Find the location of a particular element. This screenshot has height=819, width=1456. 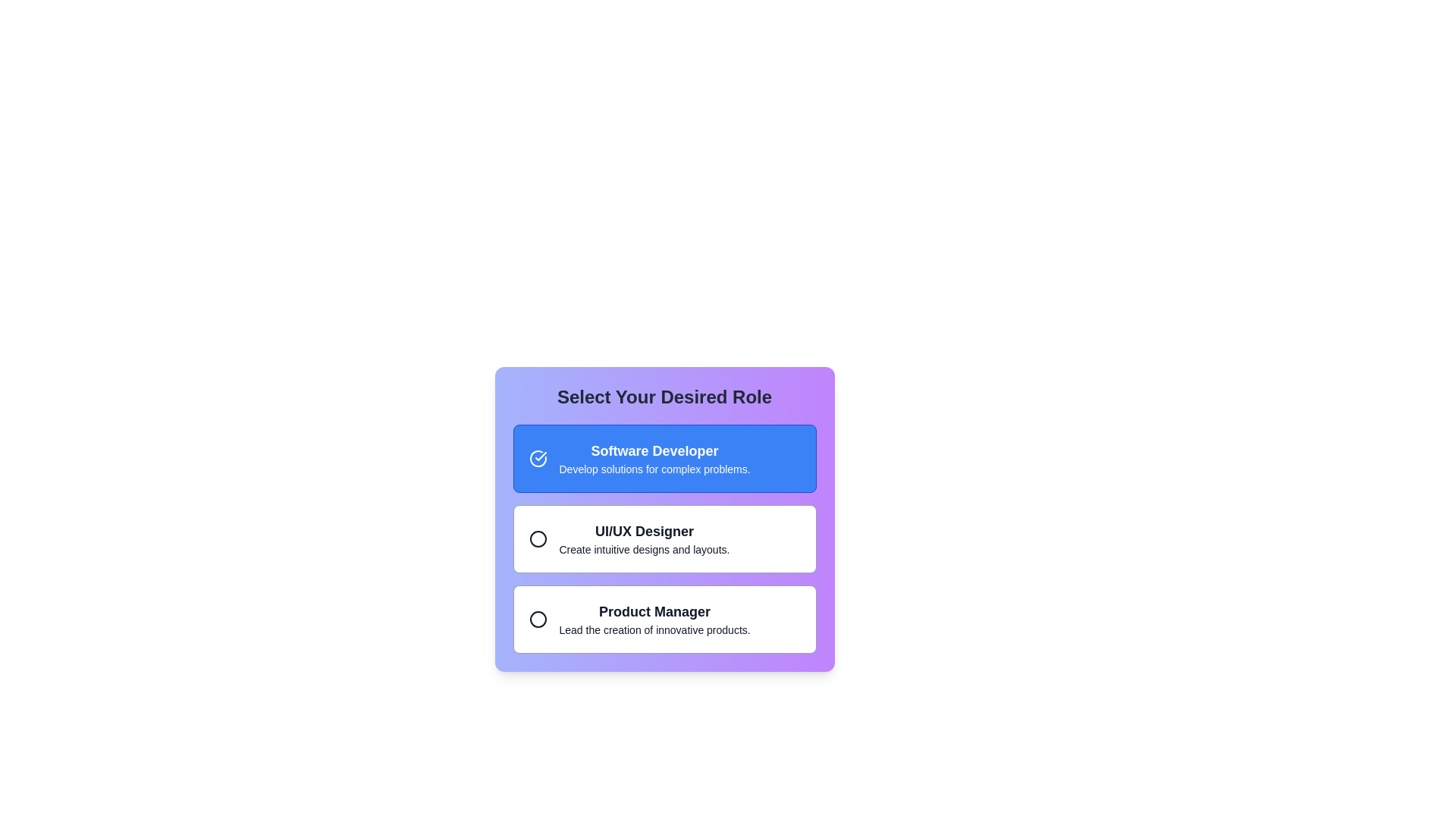

the Interactive selector for the 'Product Manager' option, which features a white background, rounded corners, and bold text, positioned below the 'UI/UX Designer' option is located at coordinates (664, 620).